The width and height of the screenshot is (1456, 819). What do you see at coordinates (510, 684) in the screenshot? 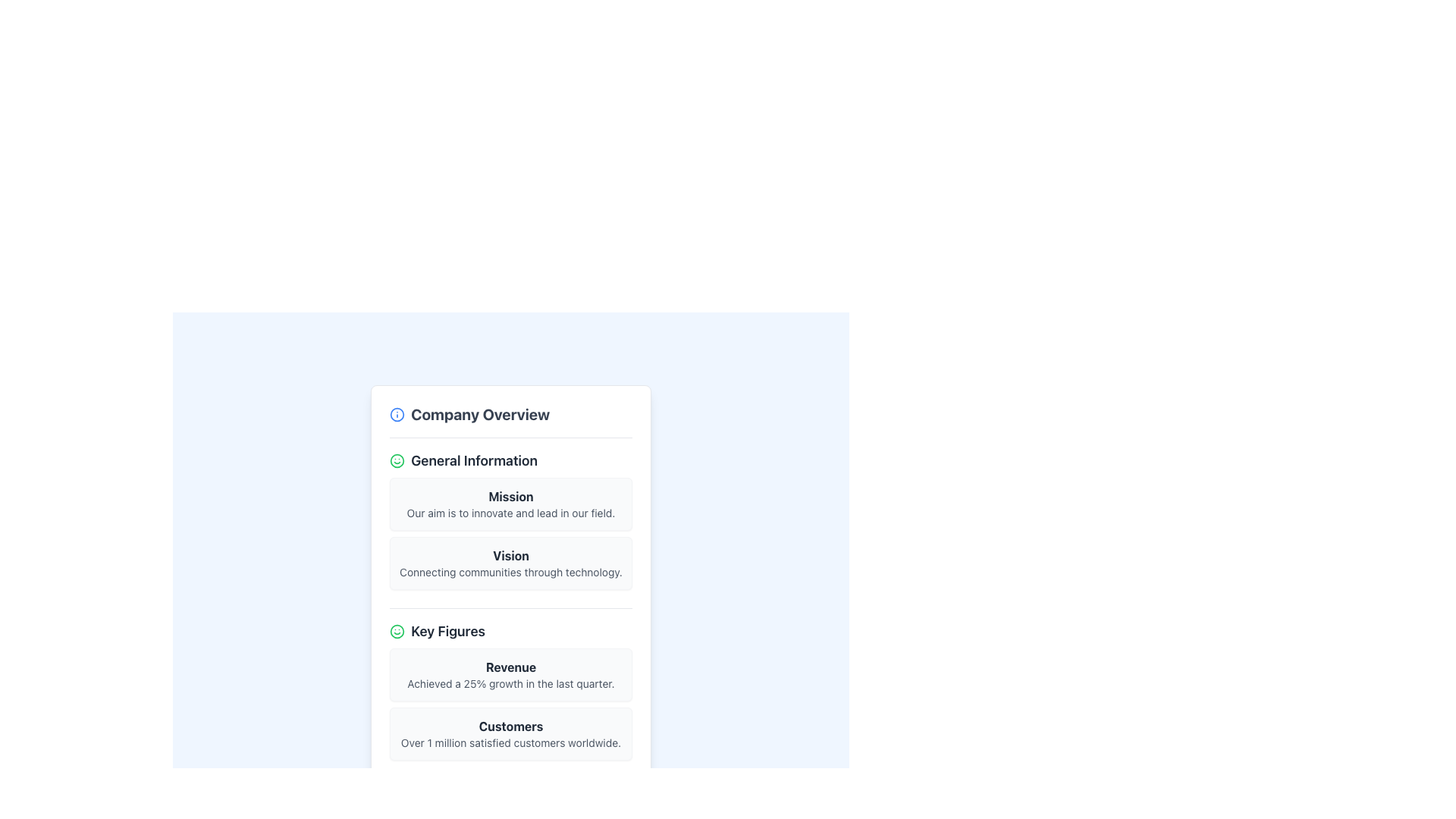
I see `the text displaying the growth percentage achieved in the last quarter, which is positioned below the 'Revenue' heading in the 'Key Figures' category` at bounding box center [510, 684].